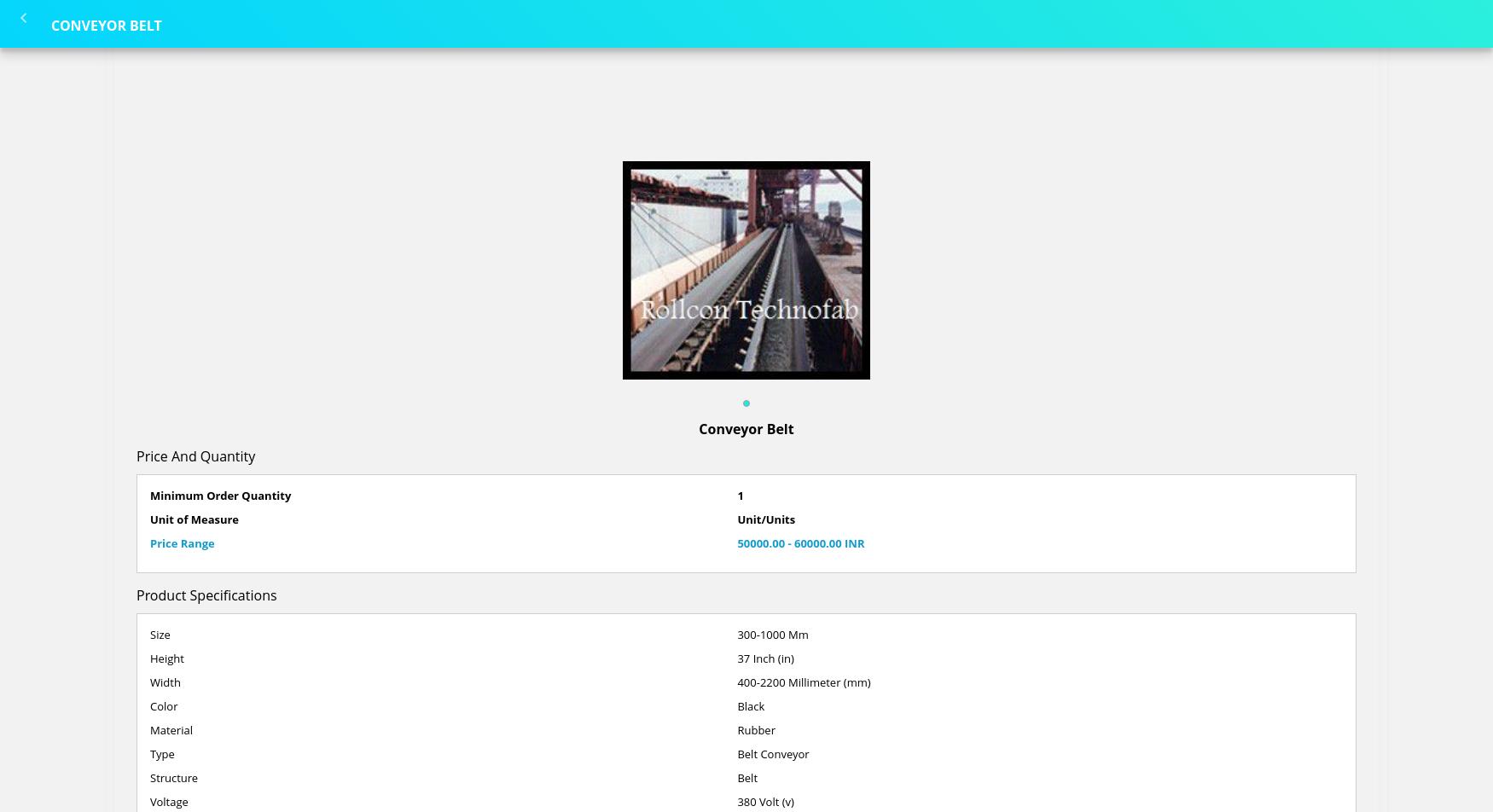 Image resolution: width=1493 pixels, height=812 pixels. What do you see at coordinates (750, 705) in the screenshot?
I see `'Black'` at bounding box center [750, 705].